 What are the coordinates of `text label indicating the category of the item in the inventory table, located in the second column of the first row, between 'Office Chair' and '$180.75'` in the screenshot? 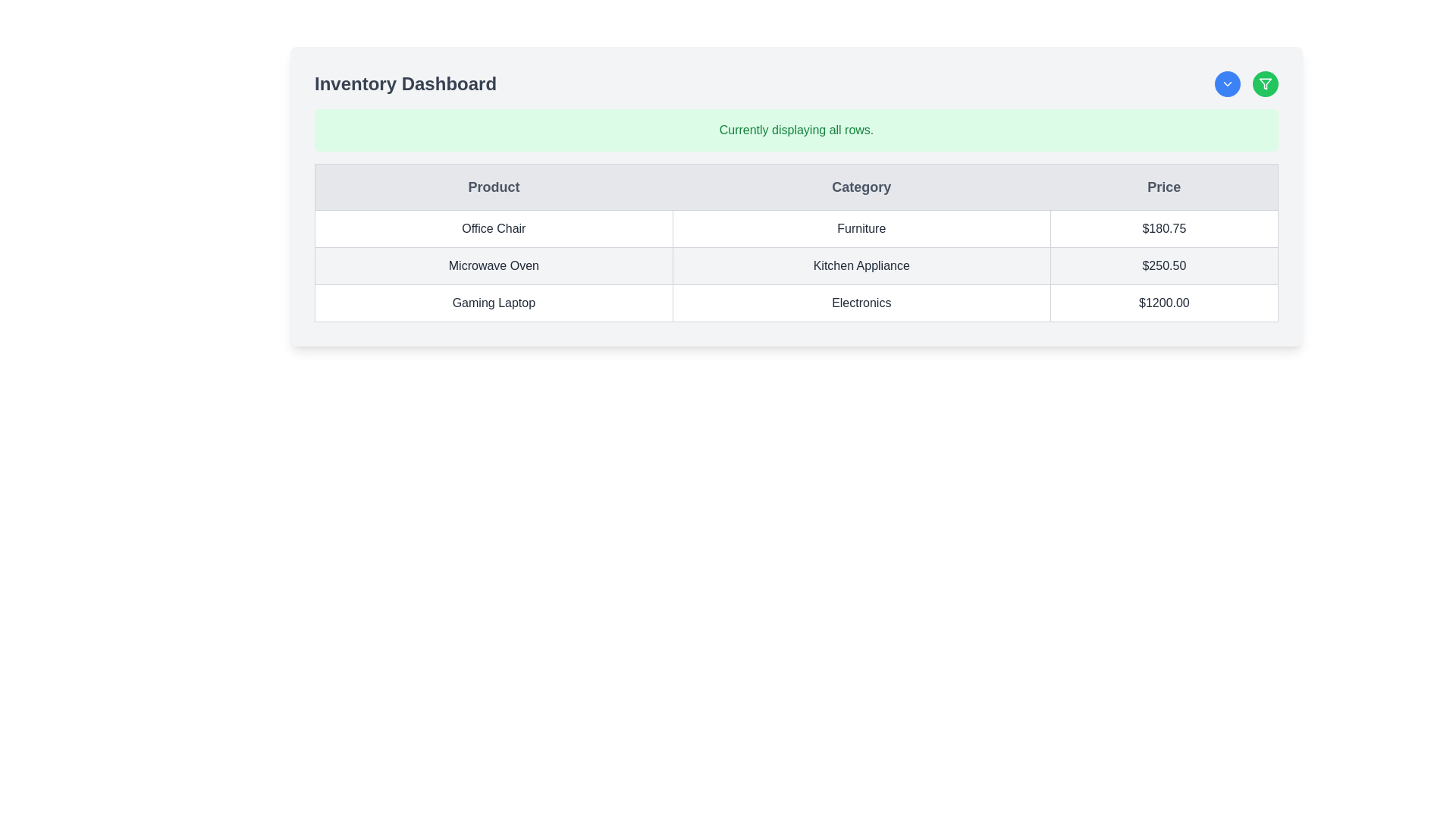 It's located at (861, 228).